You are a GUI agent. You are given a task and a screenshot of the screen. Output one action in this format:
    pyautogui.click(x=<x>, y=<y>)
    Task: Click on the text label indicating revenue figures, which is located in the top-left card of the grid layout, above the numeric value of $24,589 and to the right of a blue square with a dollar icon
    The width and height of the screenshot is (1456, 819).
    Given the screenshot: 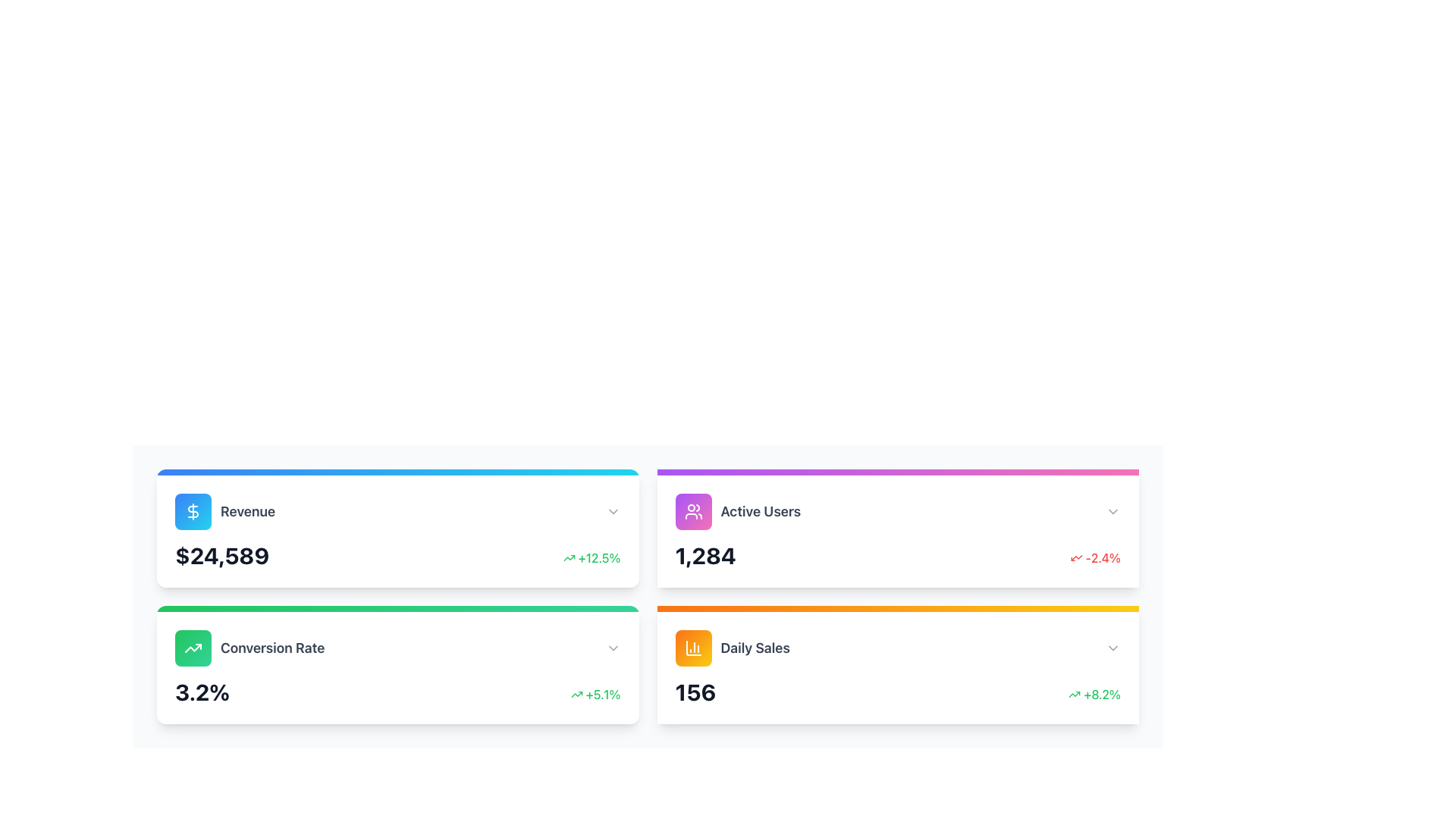 What is the action you would take?
    pyautogui.click(x=248, y=512)
    